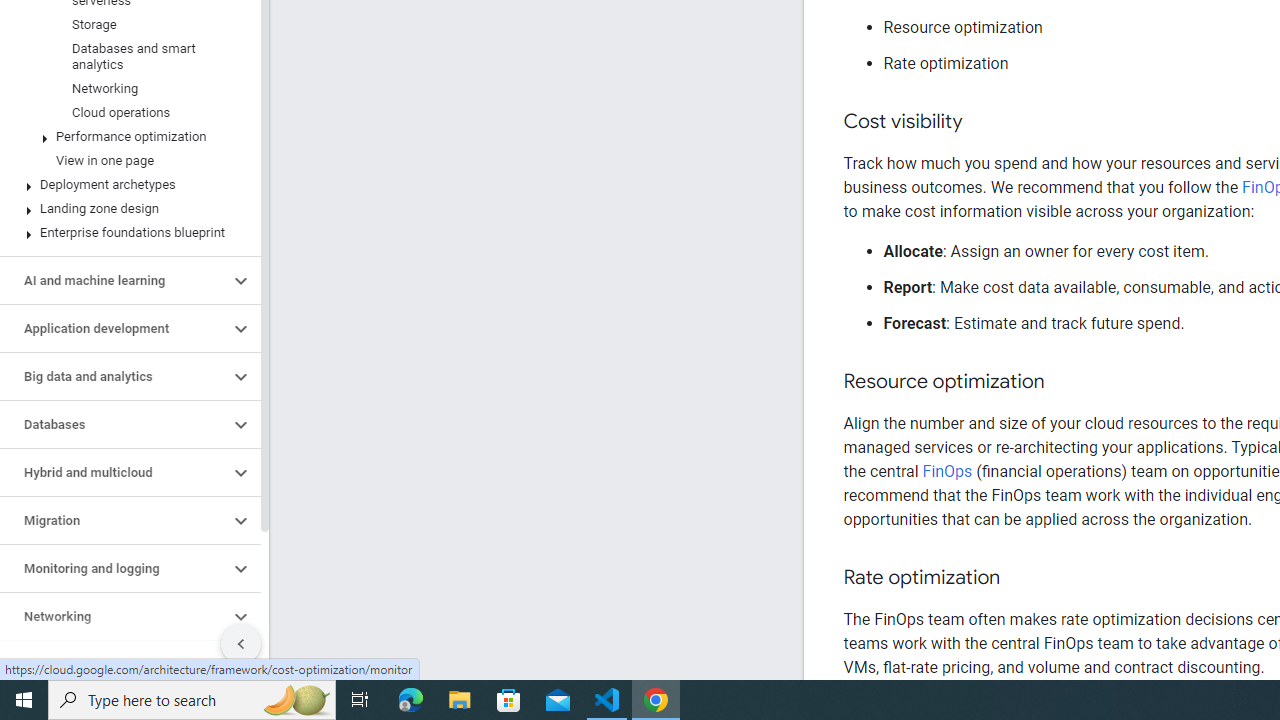  Describe the element at coordinates (125, 159) in the screenshot. I see `'View in one page'` at that location.